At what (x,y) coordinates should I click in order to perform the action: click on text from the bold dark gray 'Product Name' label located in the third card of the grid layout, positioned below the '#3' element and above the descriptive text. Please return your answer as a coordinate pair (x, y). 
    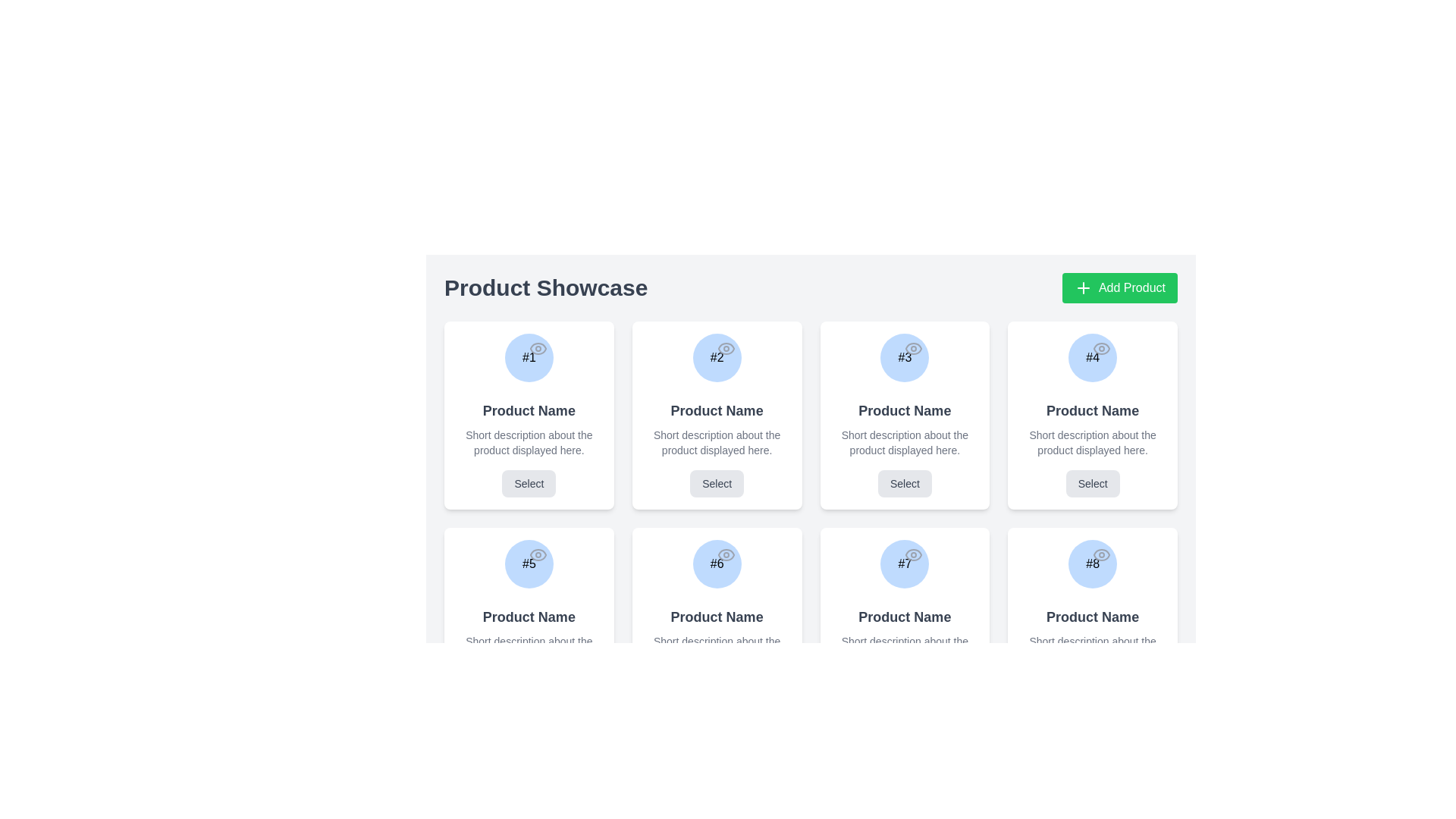
    Looking at the image, I should click on (905, 411).